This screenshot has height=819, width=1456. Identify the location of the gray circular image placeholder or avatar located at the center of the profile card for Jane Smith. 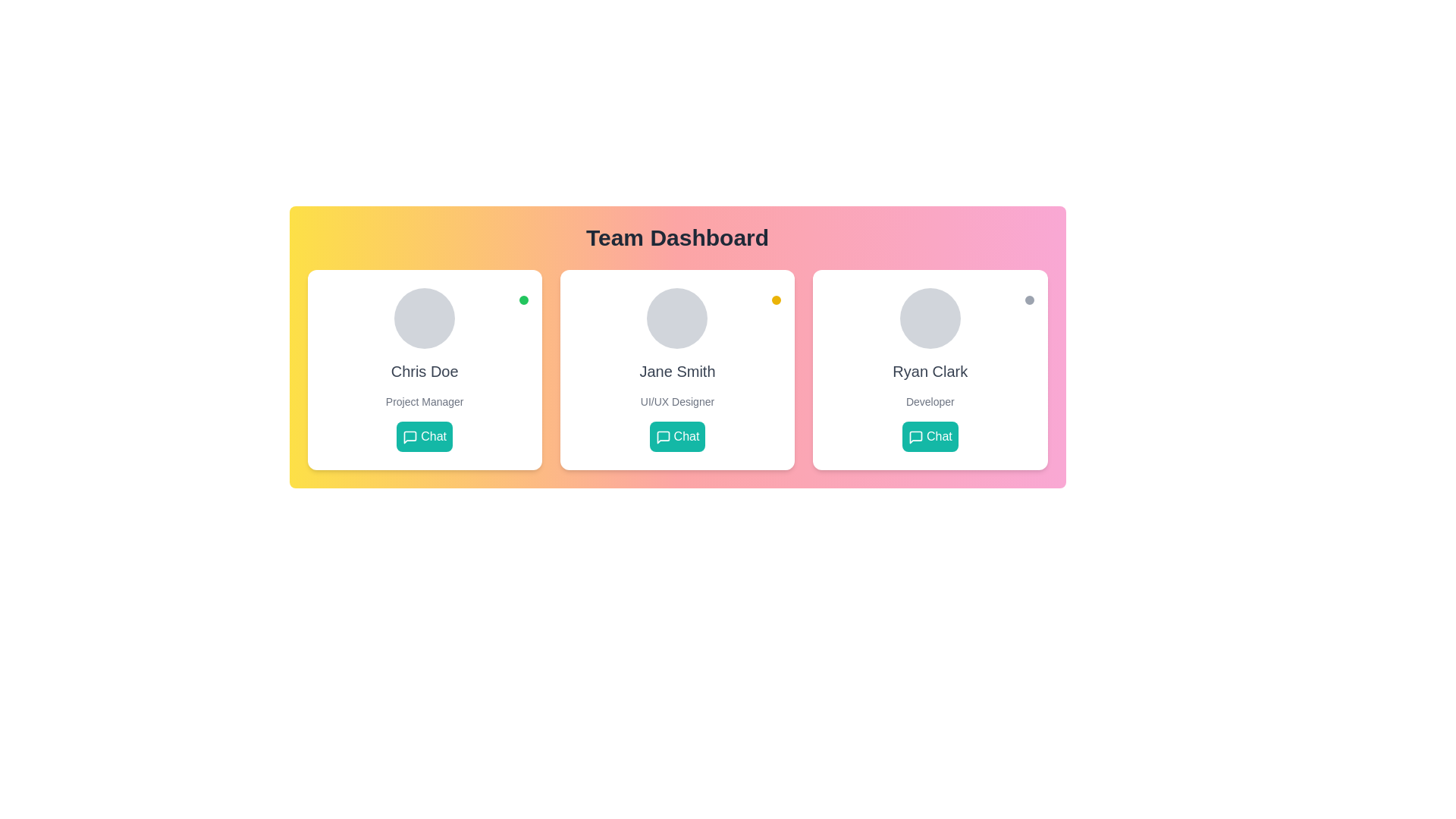
(676, 318).